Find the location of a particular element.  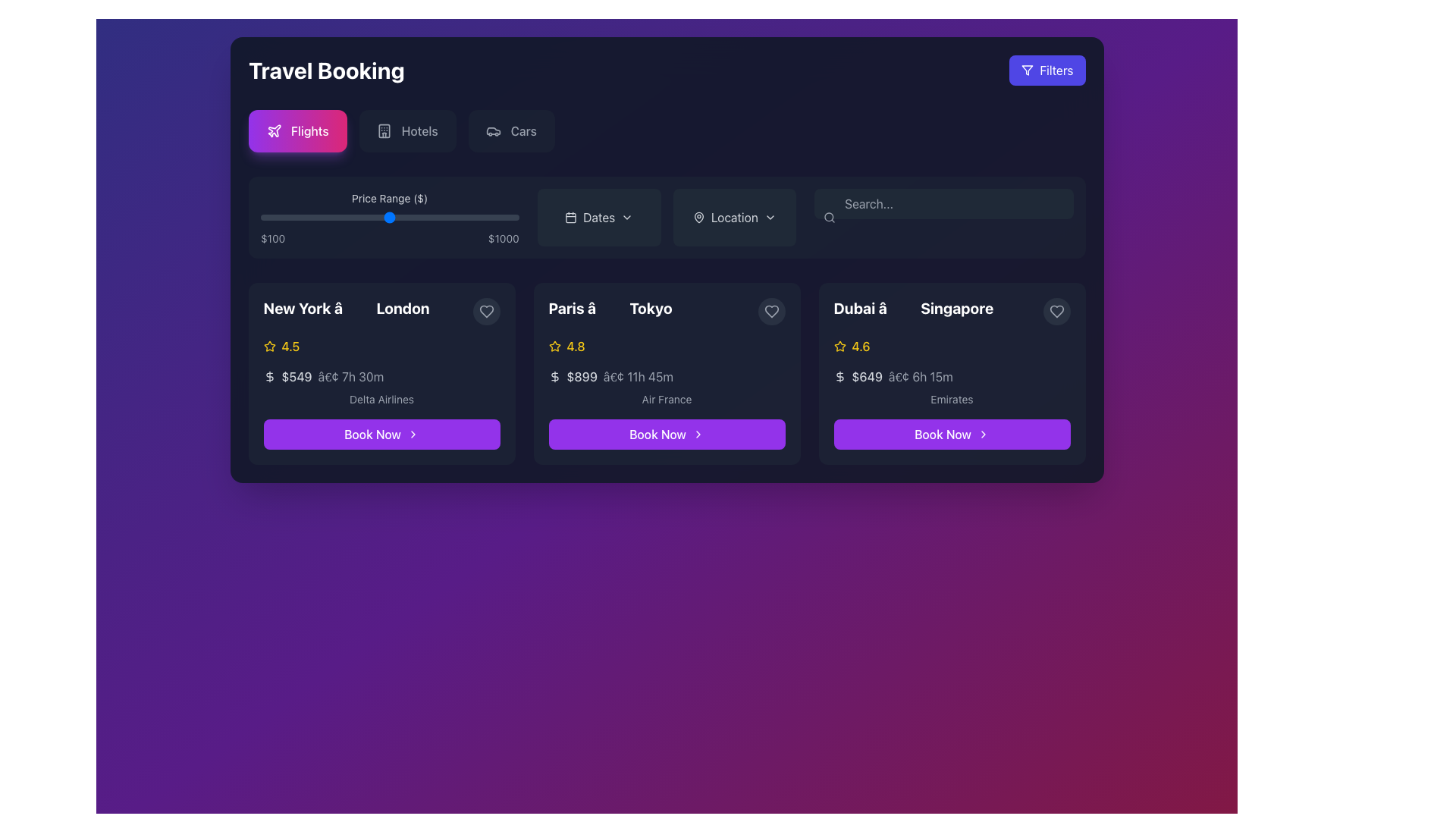

the downward-pointing chevron icon associated with the 'Dates' control is located at coordinates (627, 217).